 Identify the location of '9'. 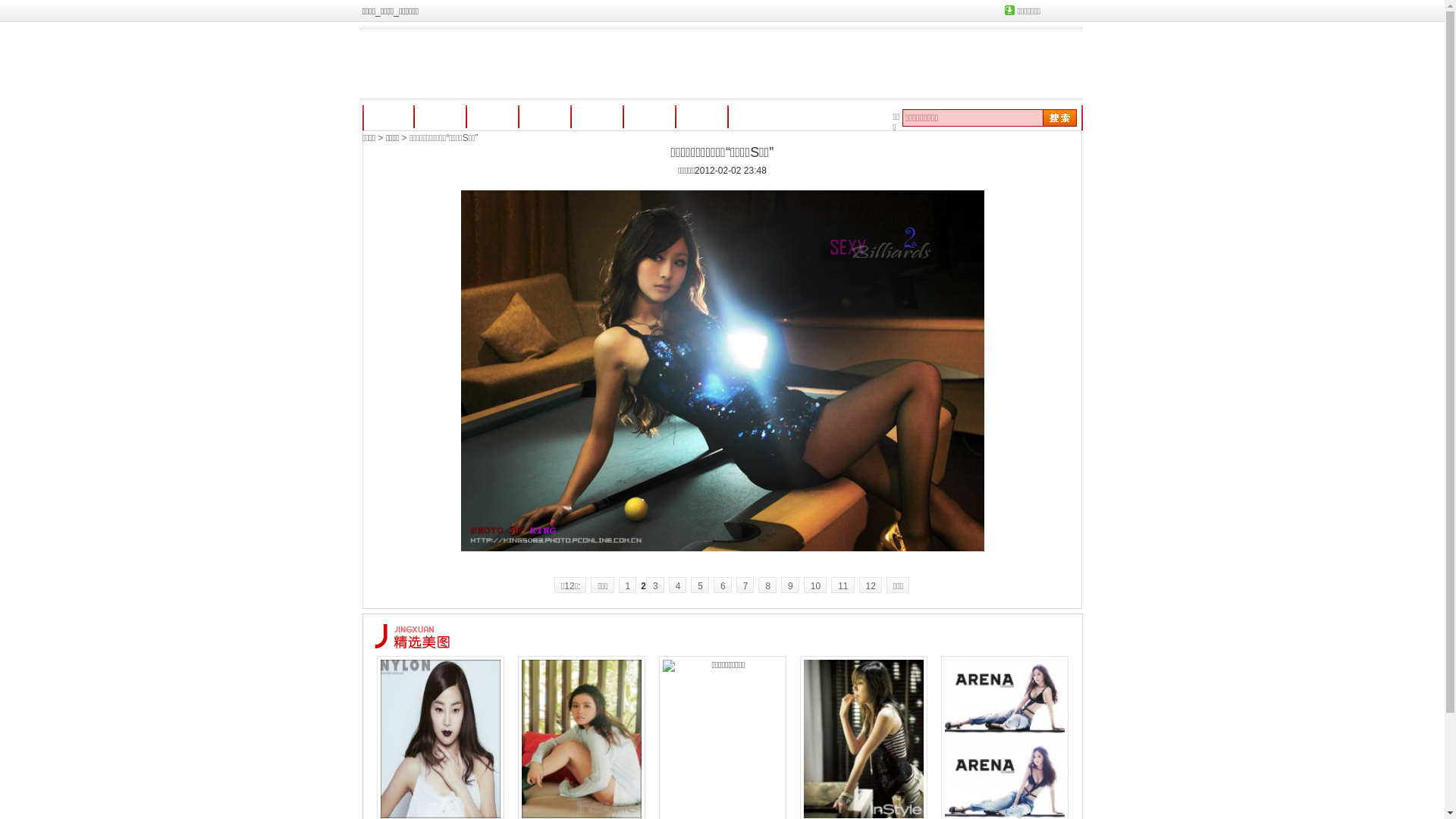
(789, 584).